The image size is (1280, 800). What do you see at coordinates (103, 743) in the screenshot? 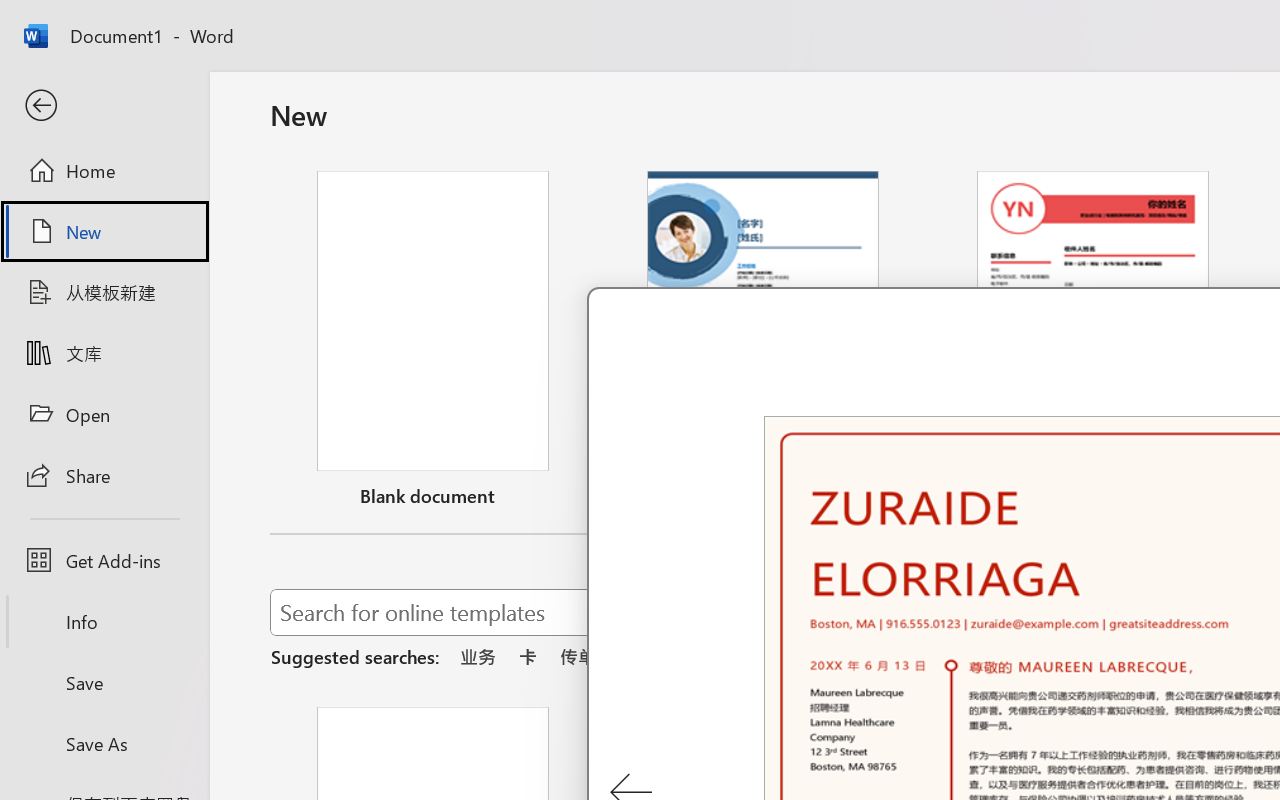
I see `'Save As'` at bounding box center [103, 743].